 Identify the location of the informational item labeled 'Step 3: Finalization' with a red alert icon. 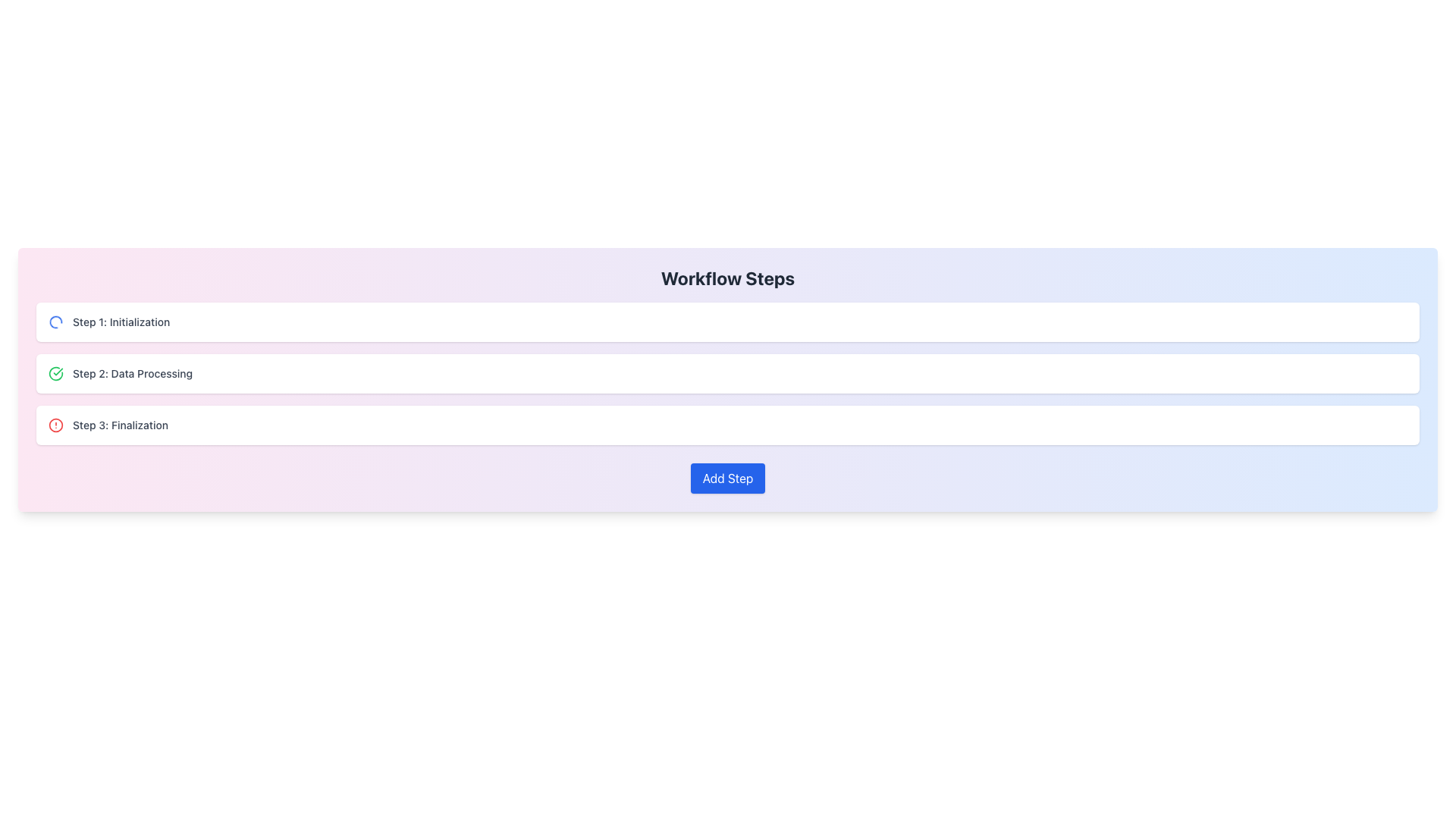
(728, 425).